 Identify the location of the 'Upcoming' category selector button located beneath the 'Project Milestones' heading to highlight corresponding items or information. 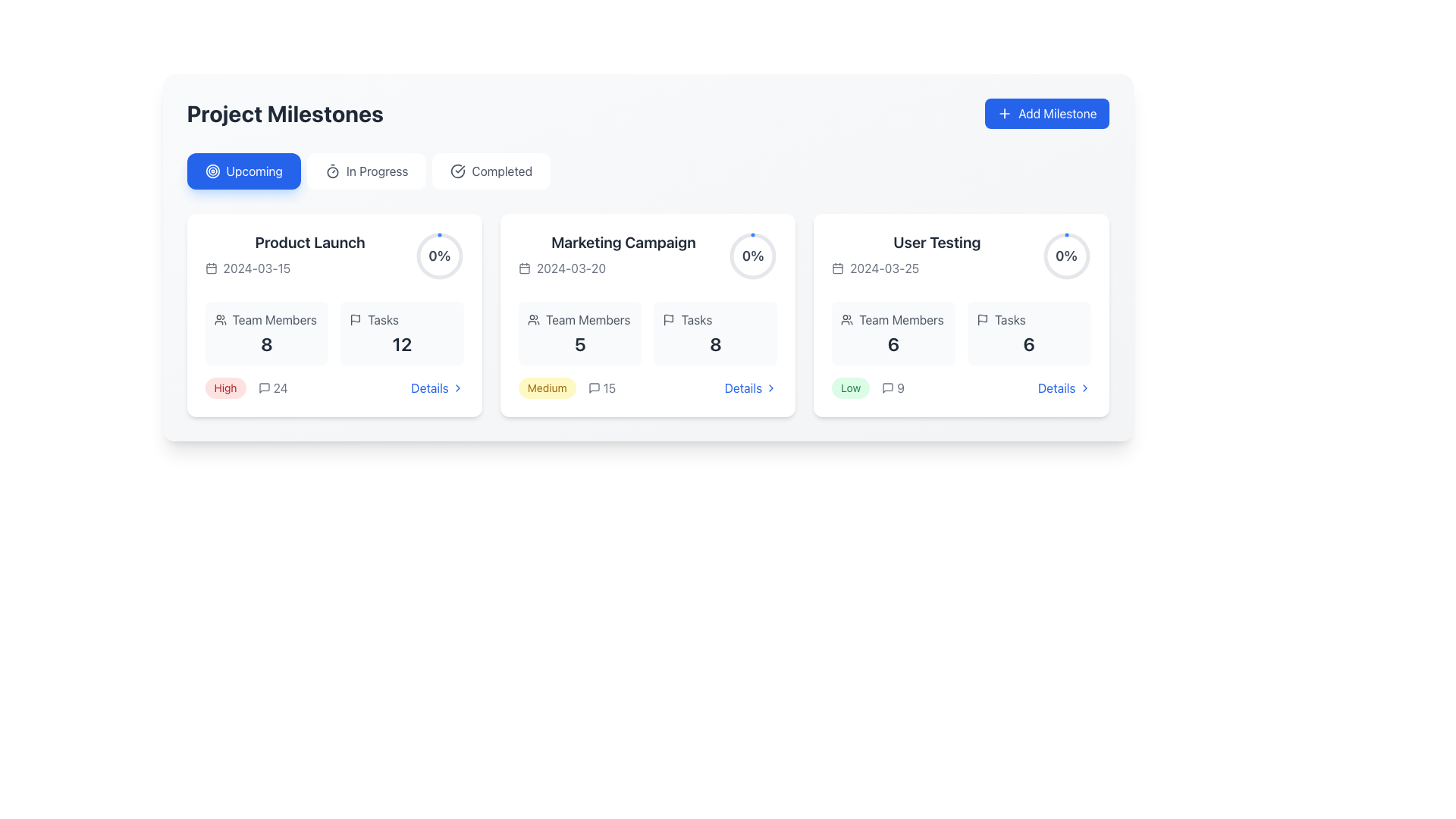
(243, 171).